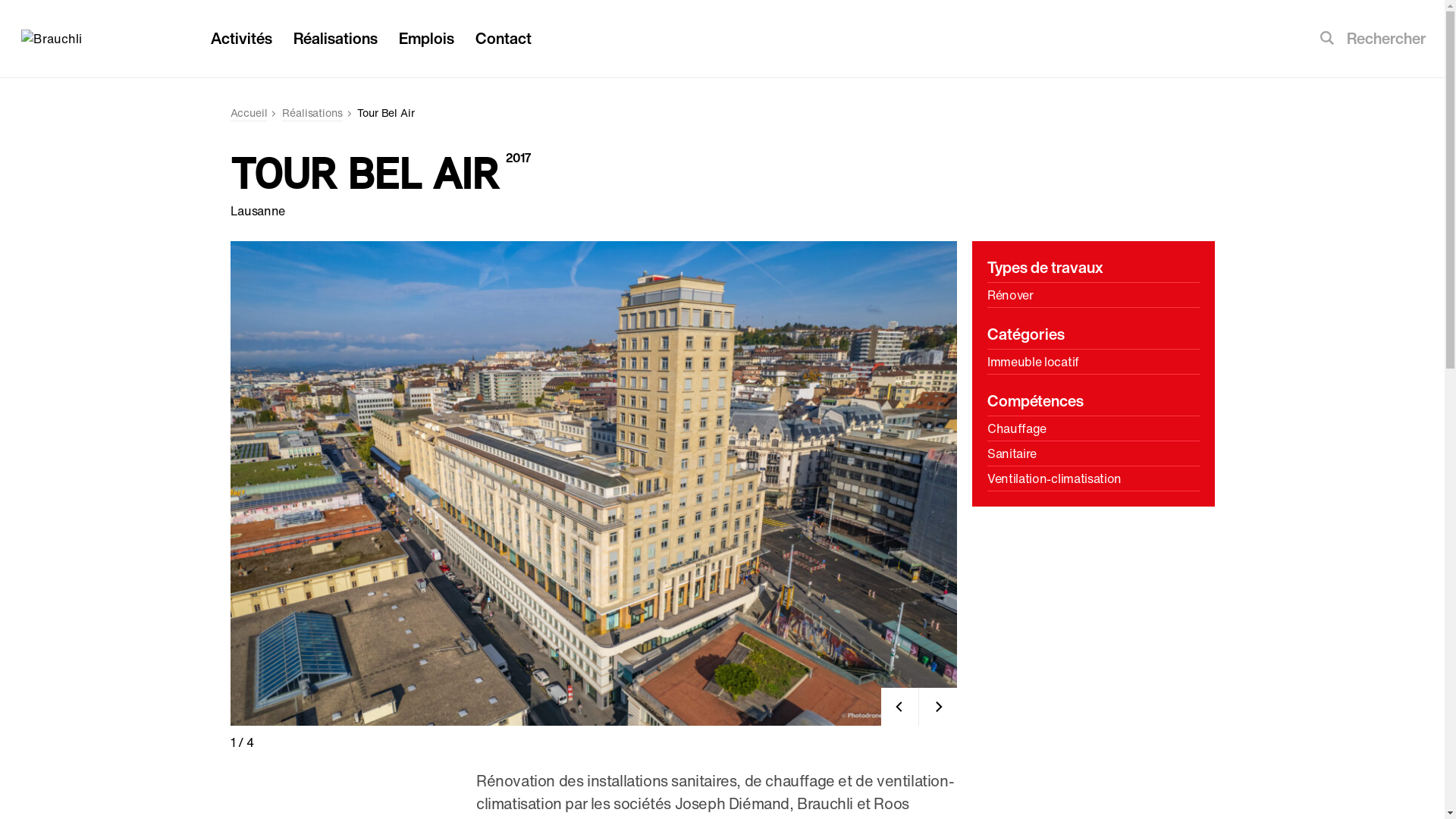  Describe the element at coordinates (1319, 37) in the screenshot. I see `'Soumettre la recherche'` at that location.